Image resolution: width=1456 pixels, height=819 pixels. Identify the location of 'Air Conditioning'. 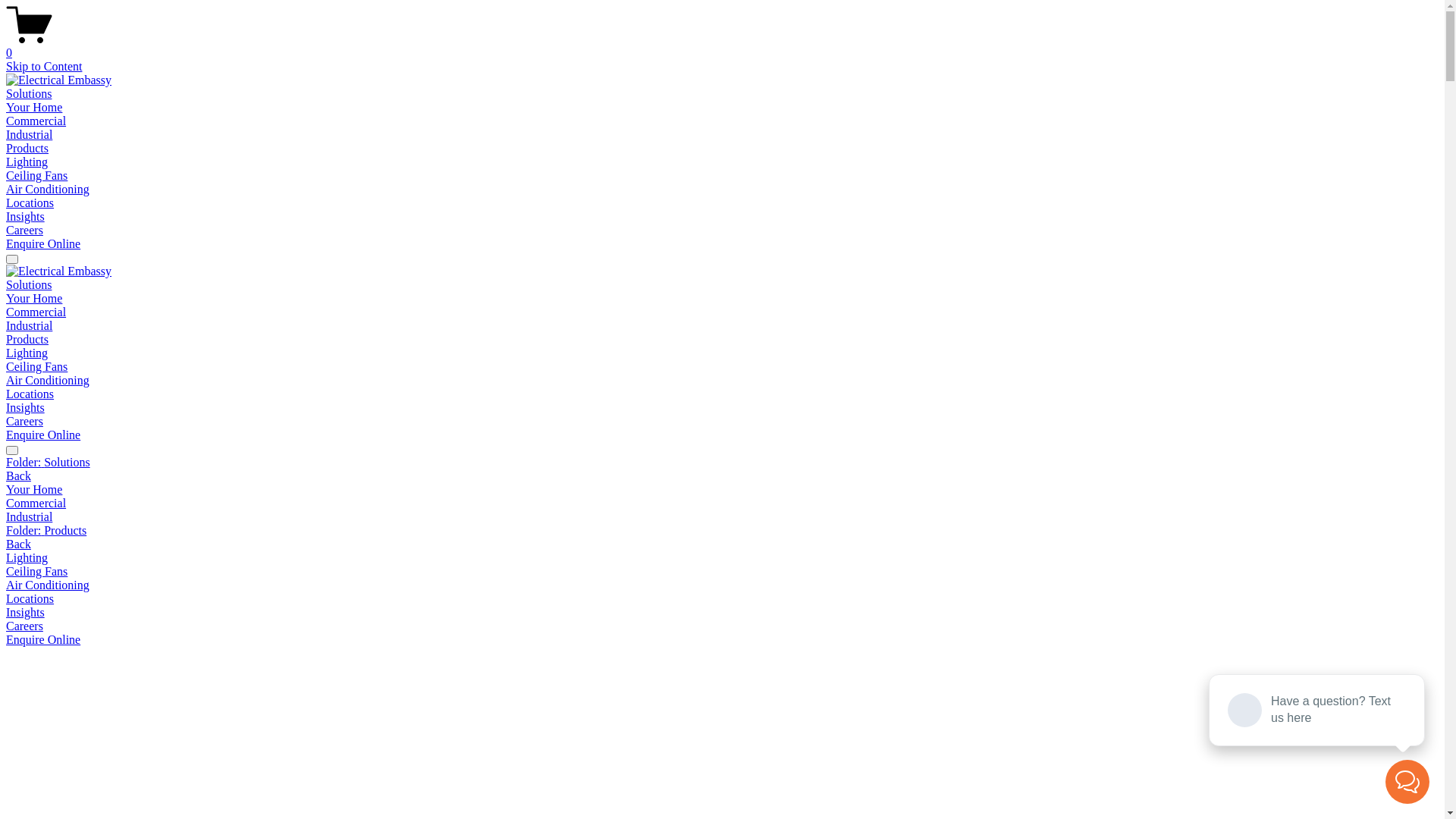
(47, 188).